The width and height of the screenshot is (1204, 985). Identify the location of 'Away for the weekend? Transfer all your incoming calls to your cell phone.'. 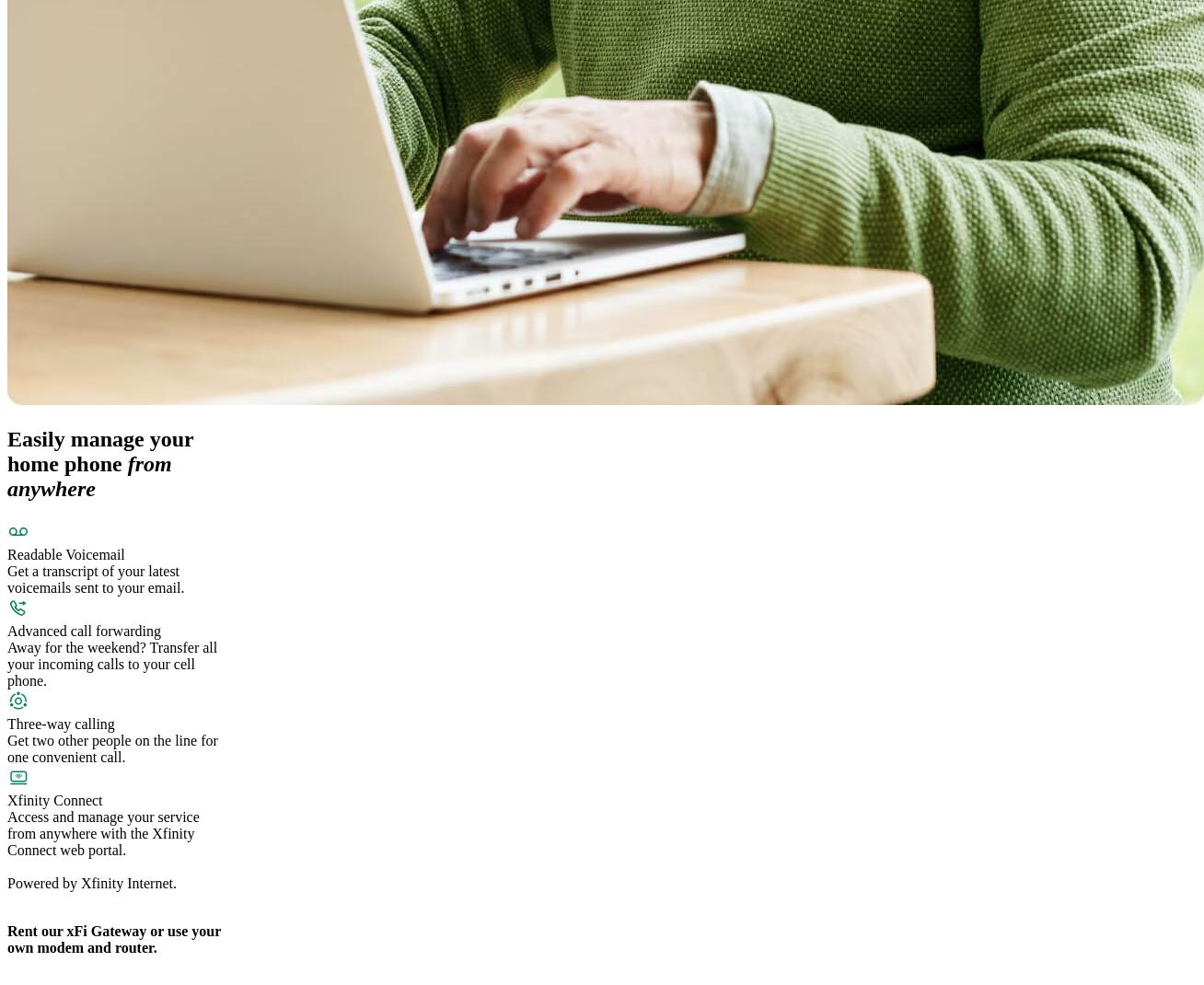
(111, 663).